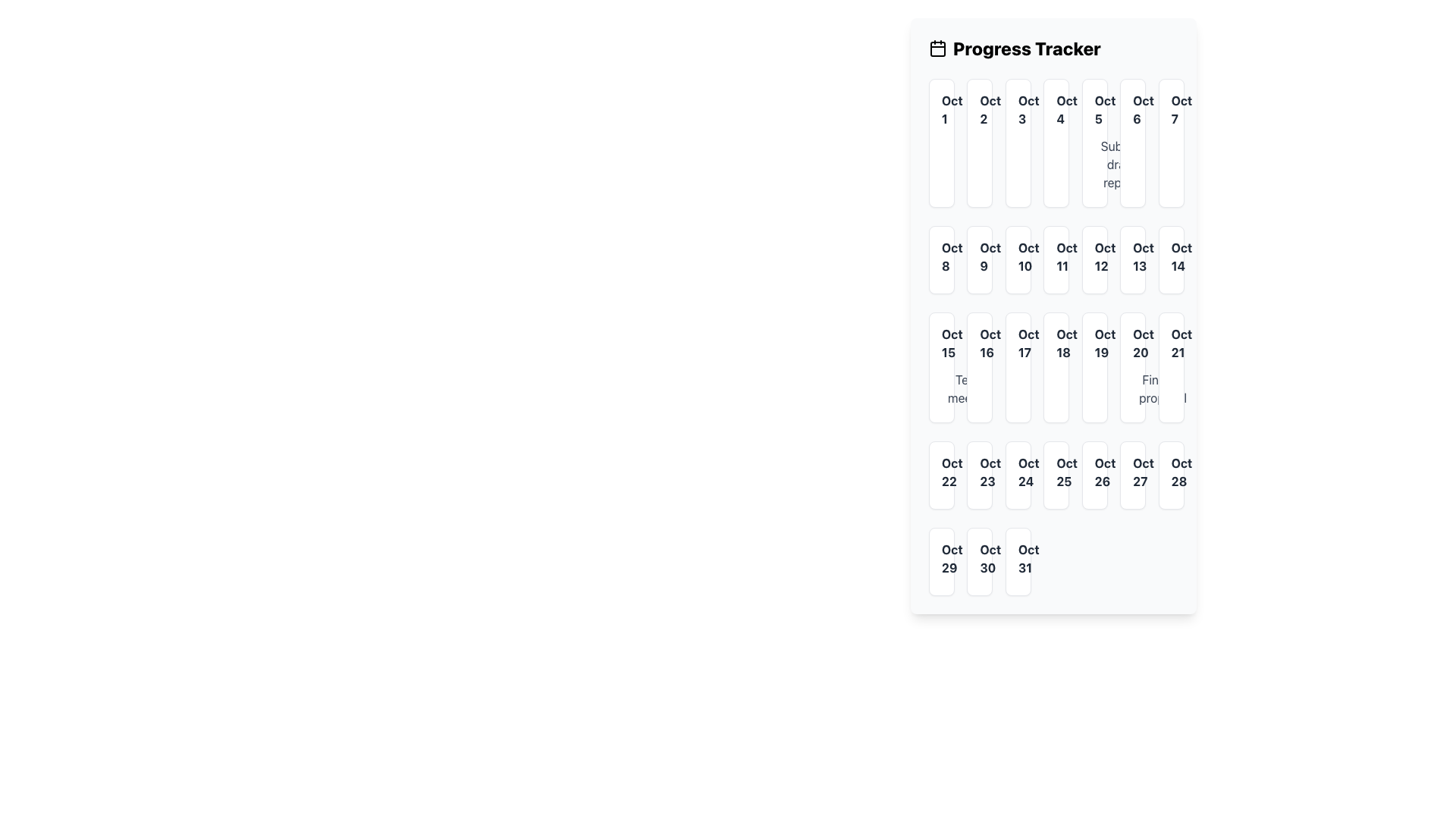 The width and height of the screenshot is (1456, 819). I want to click on the static label UI component that marks a specific date in the progress tracker, located in the sixth column of the fourth row, between 'Oct 25' and 'Oct 27', so click(1094, 475).